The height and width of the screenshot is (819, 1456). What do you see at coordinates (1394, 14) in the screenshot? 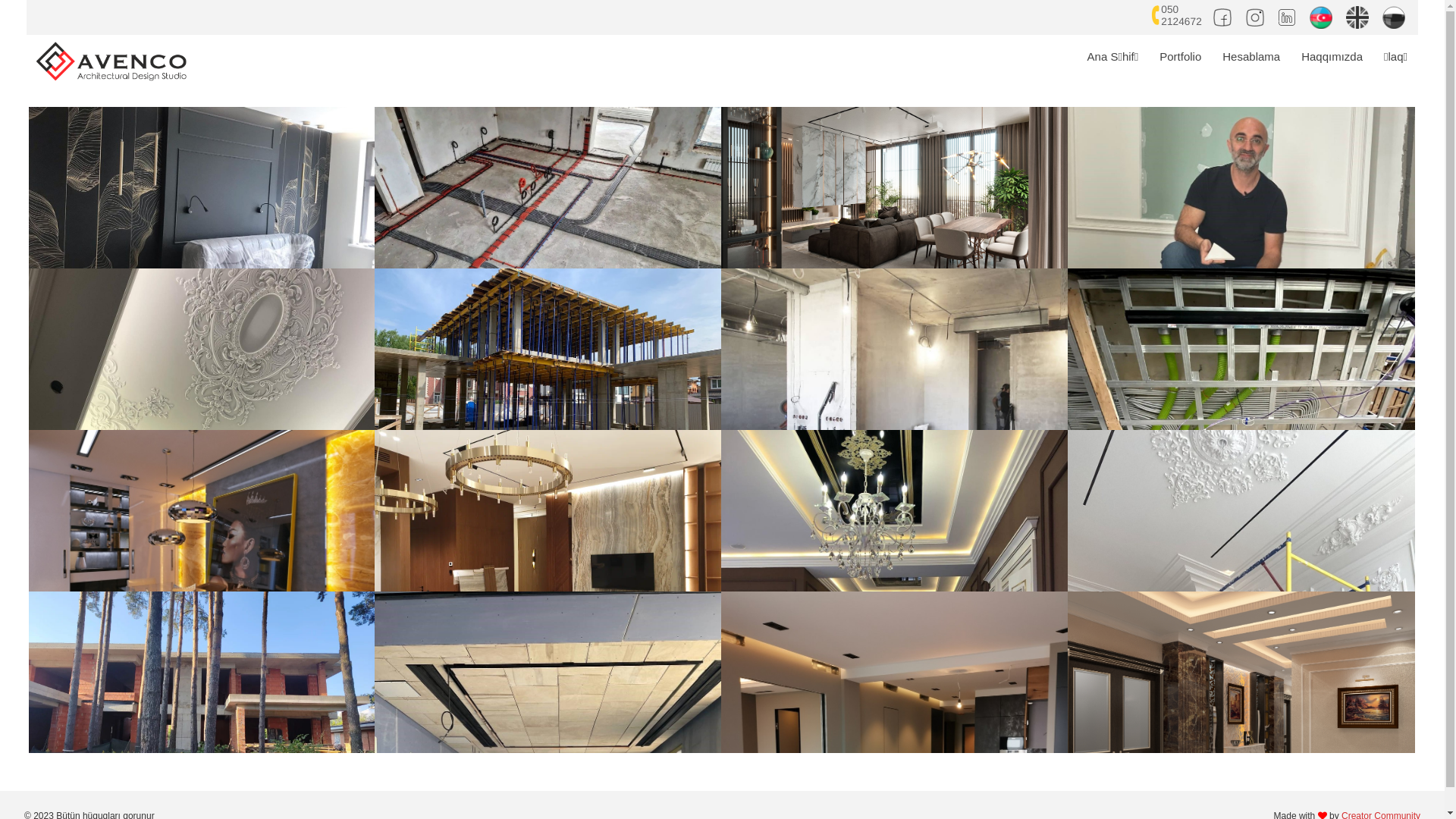
I see `'Lang-Russian'` at bounding box center [1394, 14].